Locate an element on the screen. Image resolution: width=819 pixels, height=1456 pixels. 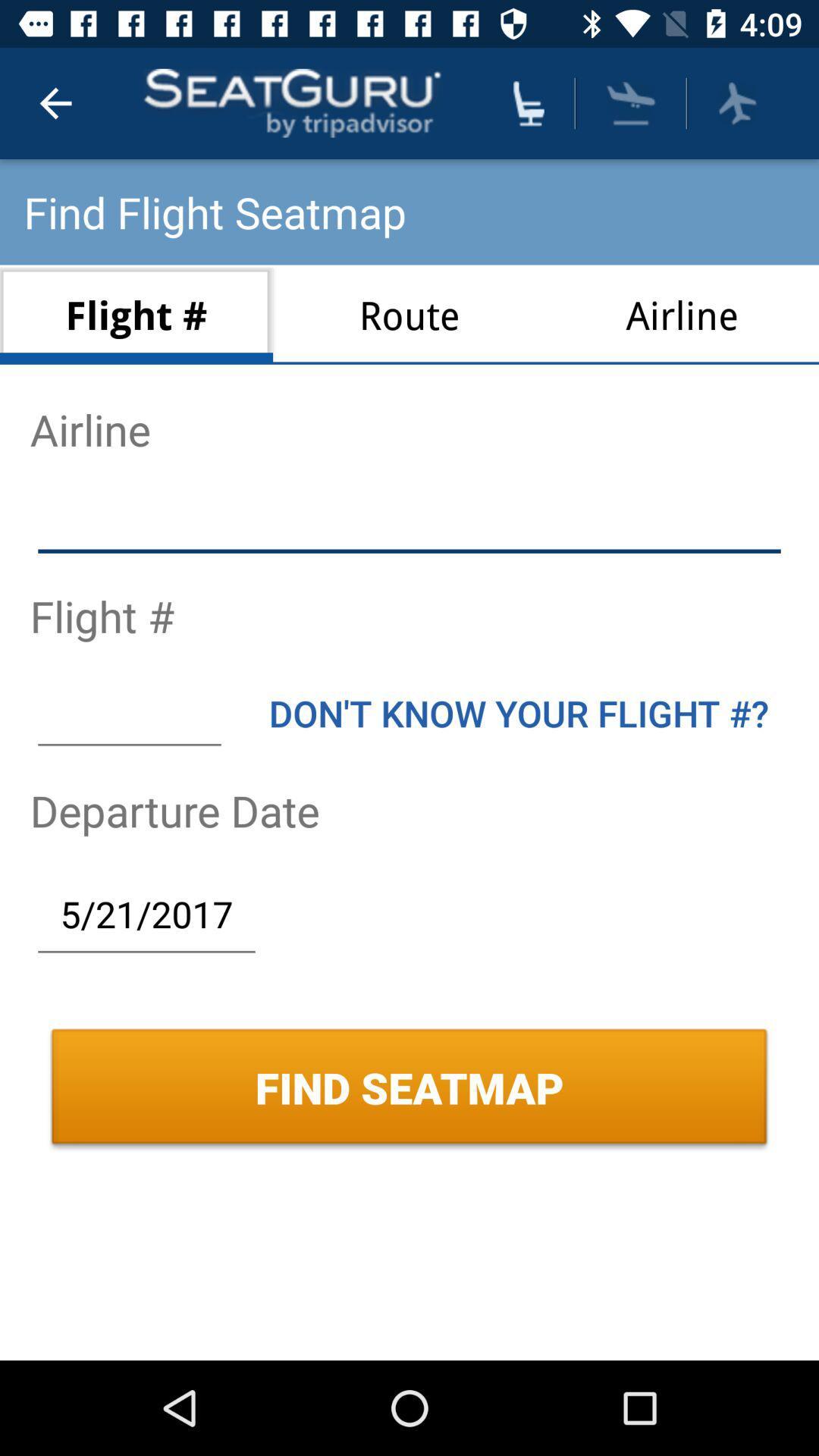
flight options is located at coordinates (736, 102).